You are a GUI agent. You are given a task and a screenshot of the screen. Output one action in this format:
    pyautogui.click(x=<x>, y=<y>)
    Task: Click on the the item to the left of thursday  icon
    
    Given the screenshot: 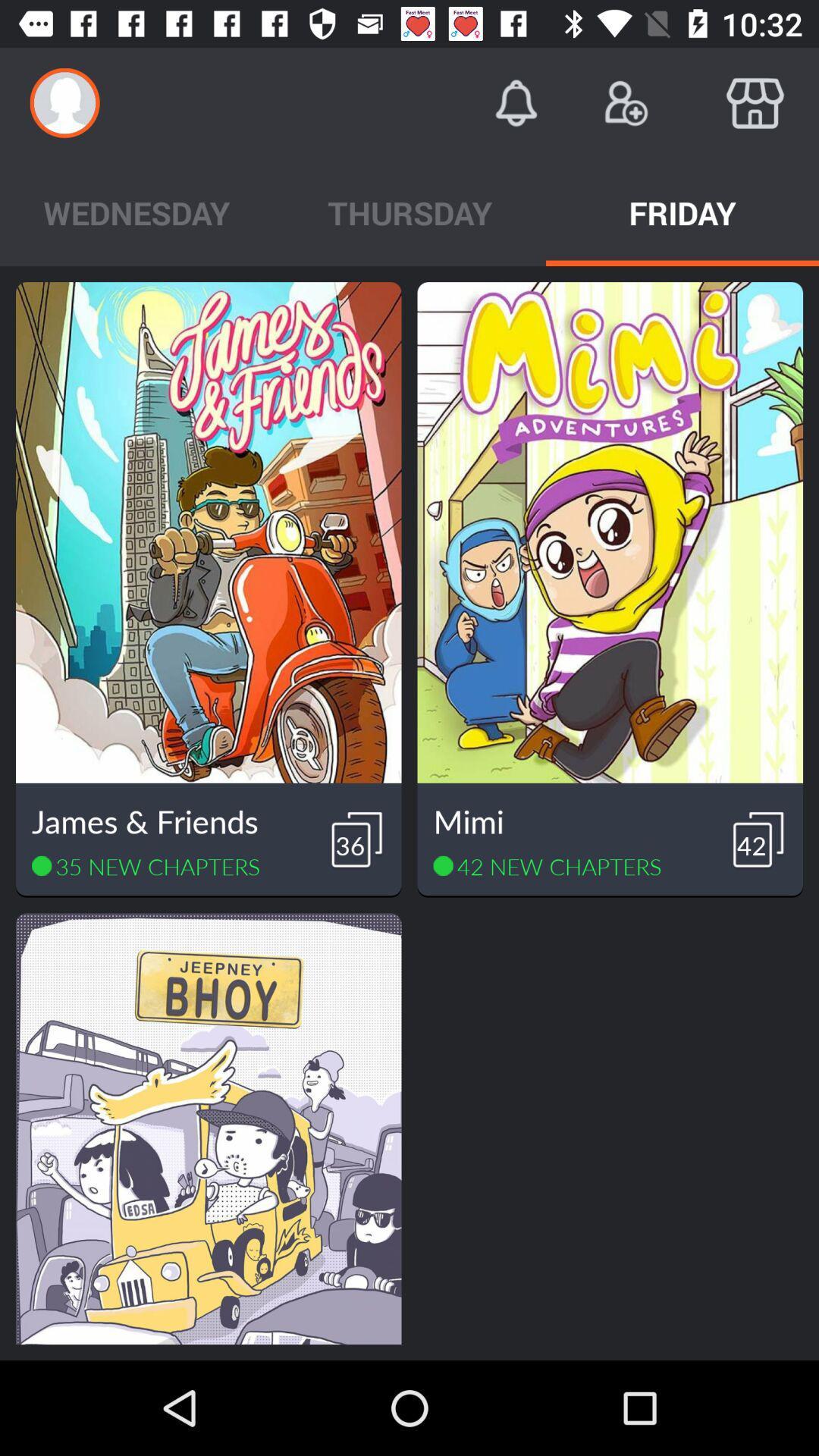 What is the action you would take?
    pyautogui.click(x=136, y=212)
    